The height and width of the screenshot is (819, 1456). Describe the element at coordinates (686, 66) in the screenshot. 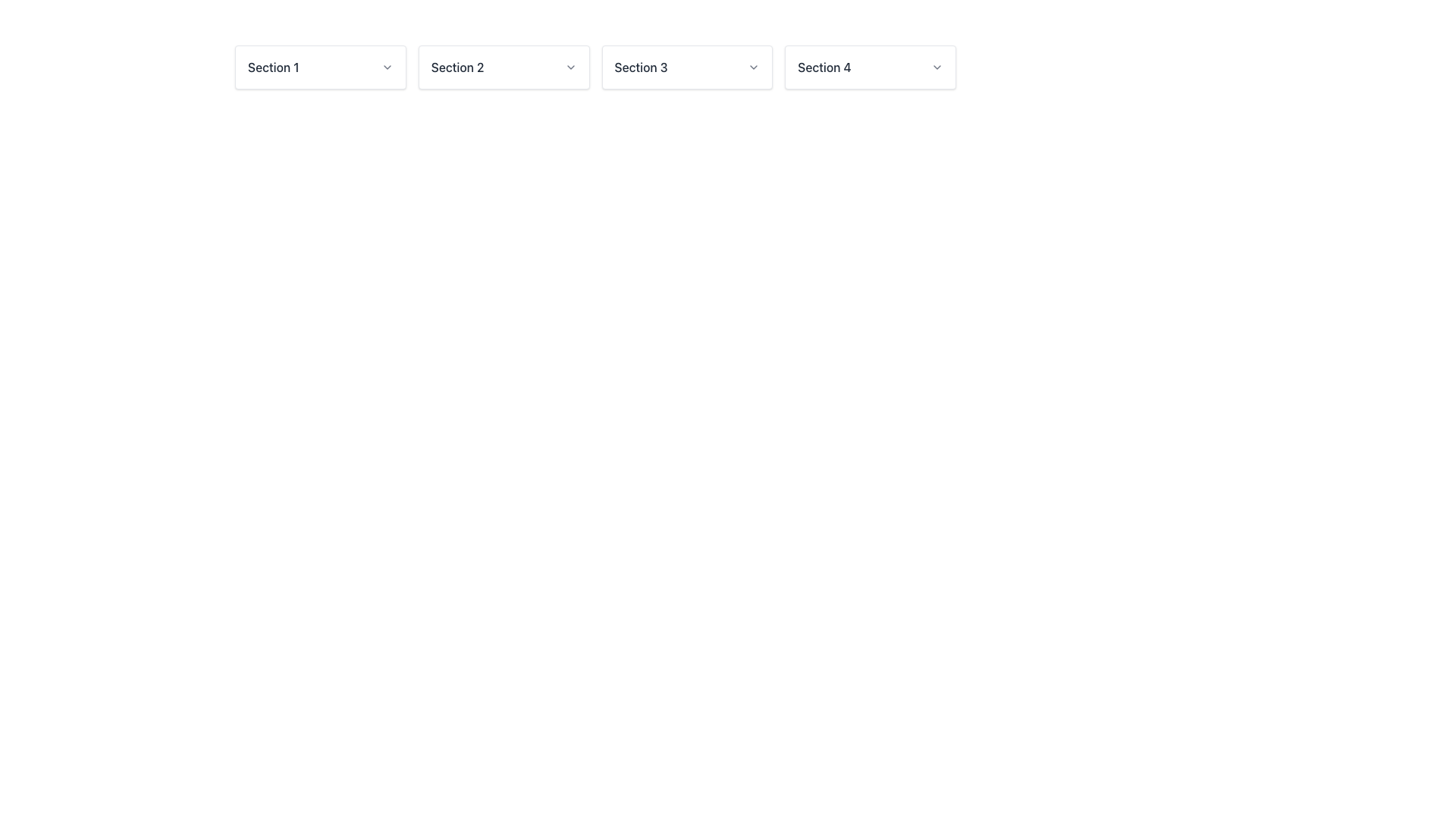

I see `the Dropdown menu trigger for 'Section 3'` at that location.